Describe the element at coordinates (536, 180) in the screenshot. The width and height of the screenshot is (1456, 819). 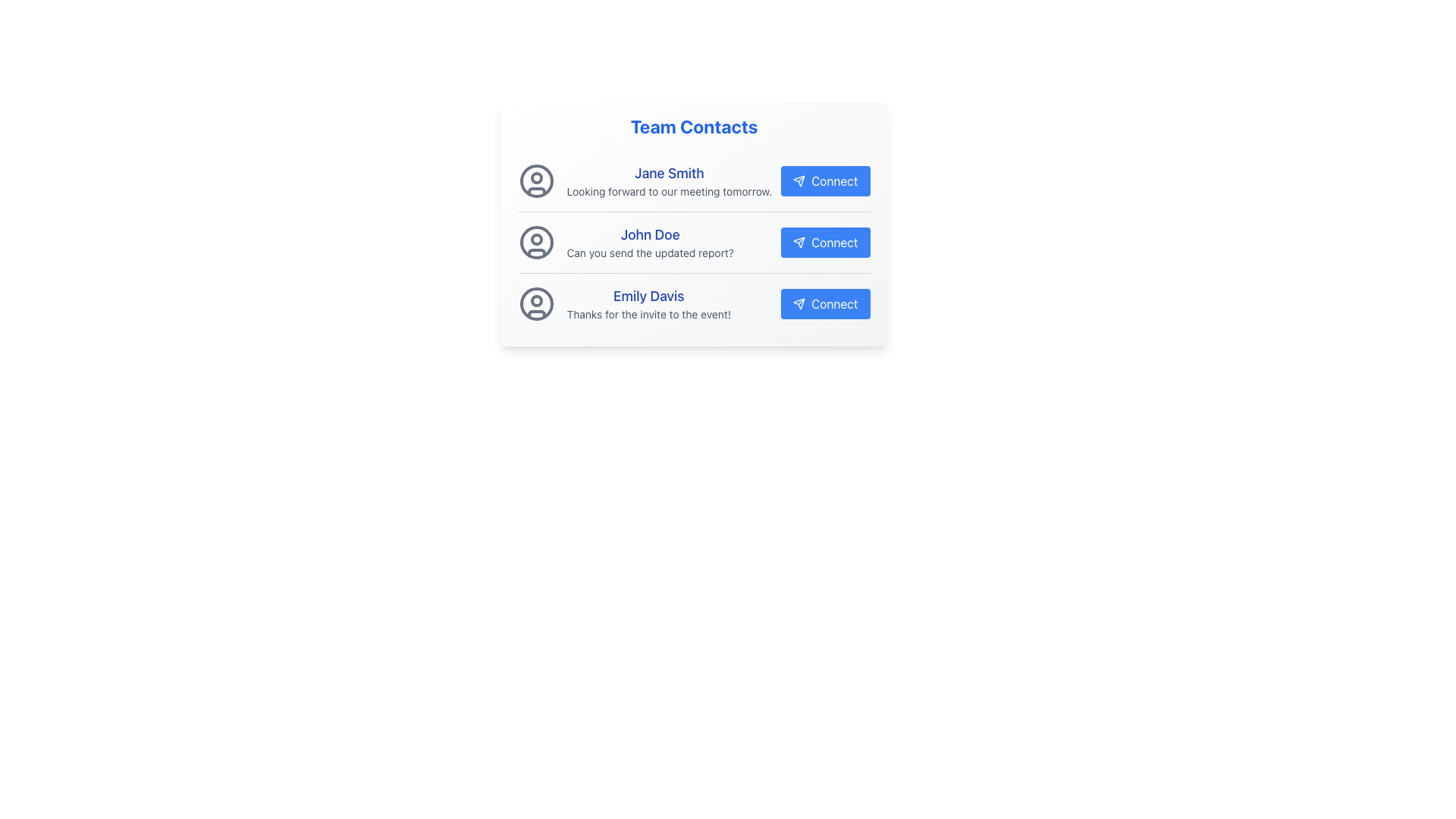
I see `the SVG circle element representing the user's presence in the profile display, located to the left of the text 'Jane Smith' in the 'Team Contacts' section` at that location.